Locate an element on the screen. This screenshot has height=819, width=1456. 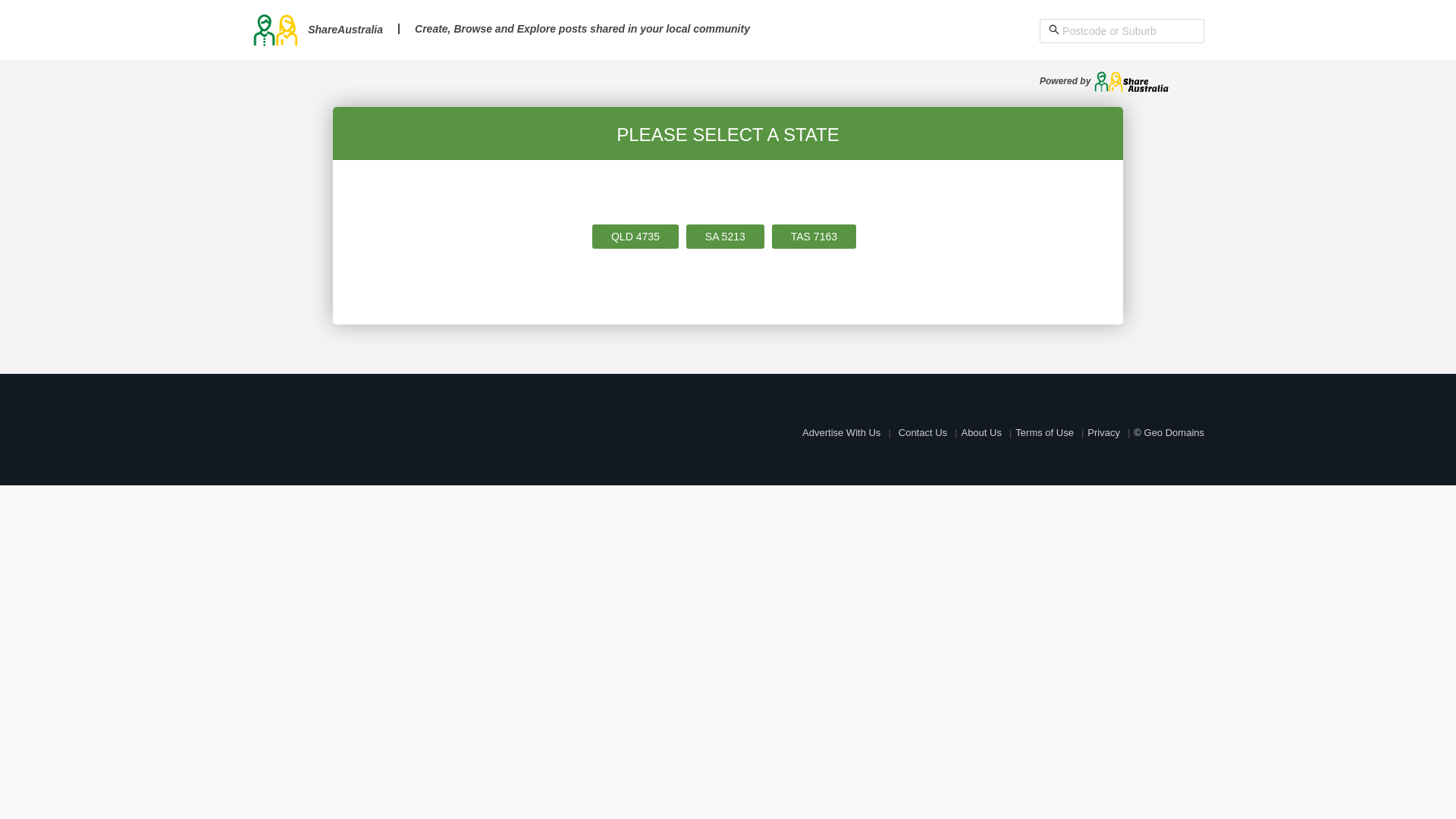
'Contact Us' is located at coordinates (922, 432).